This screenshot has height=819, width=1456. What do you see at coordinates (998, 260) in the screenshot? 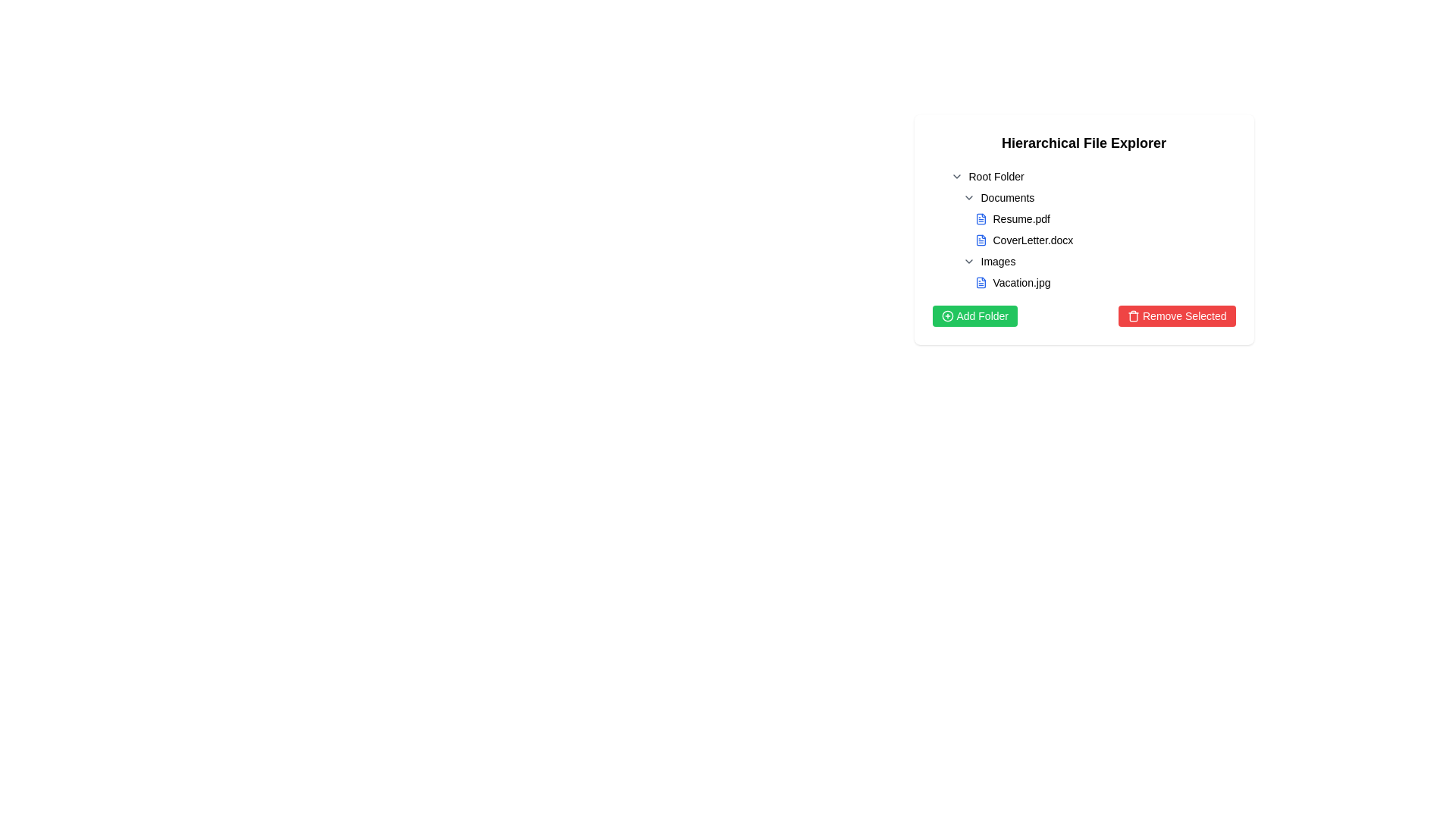
I see `the text label displaying 'Images', which is located under the header 'Documents' in the 'Root Folder' section of the file explorer interface` at bounding box center [998, 260].